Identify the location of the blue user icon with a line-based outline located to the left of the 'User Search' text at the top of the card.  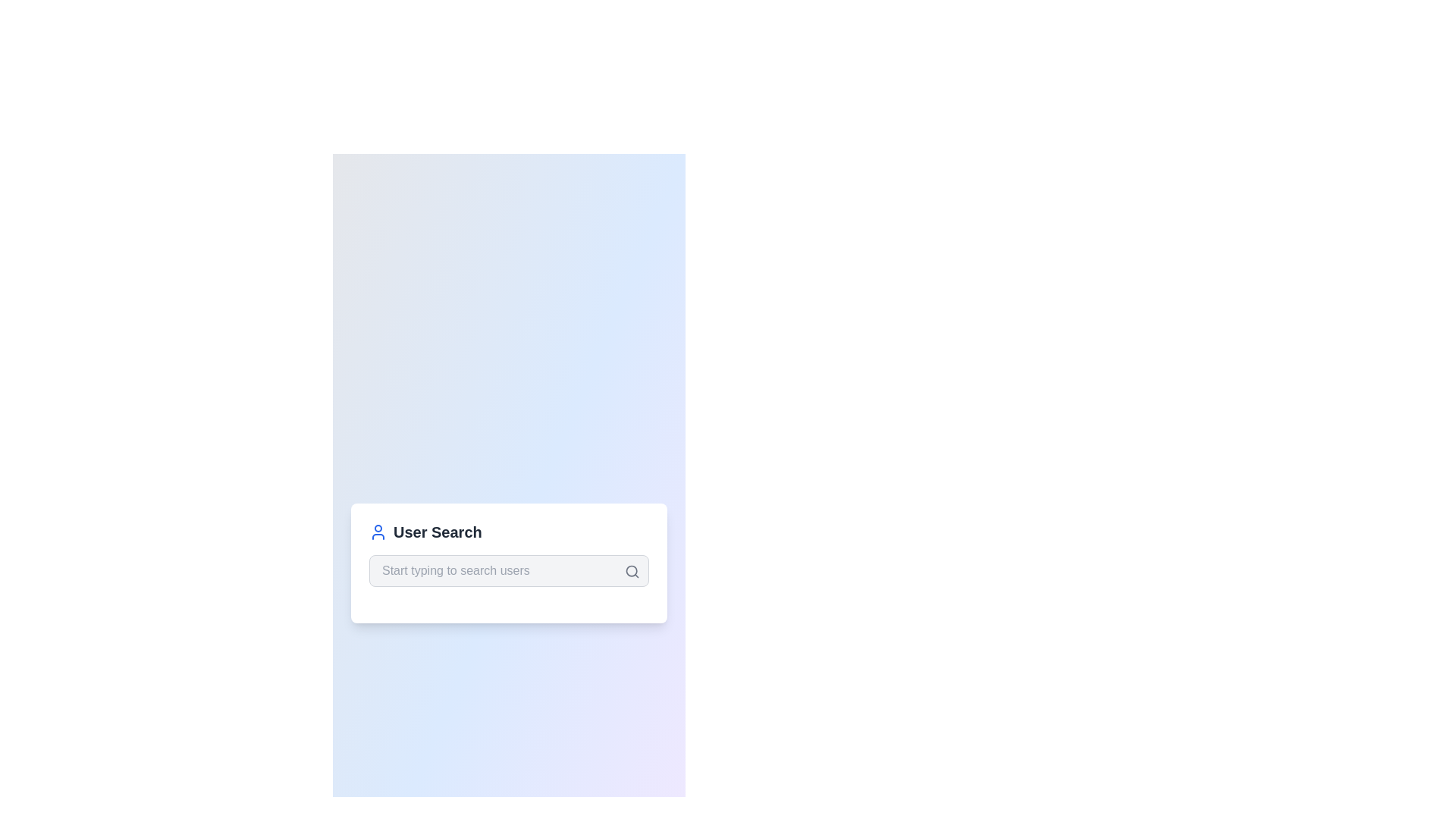
(378, 532).